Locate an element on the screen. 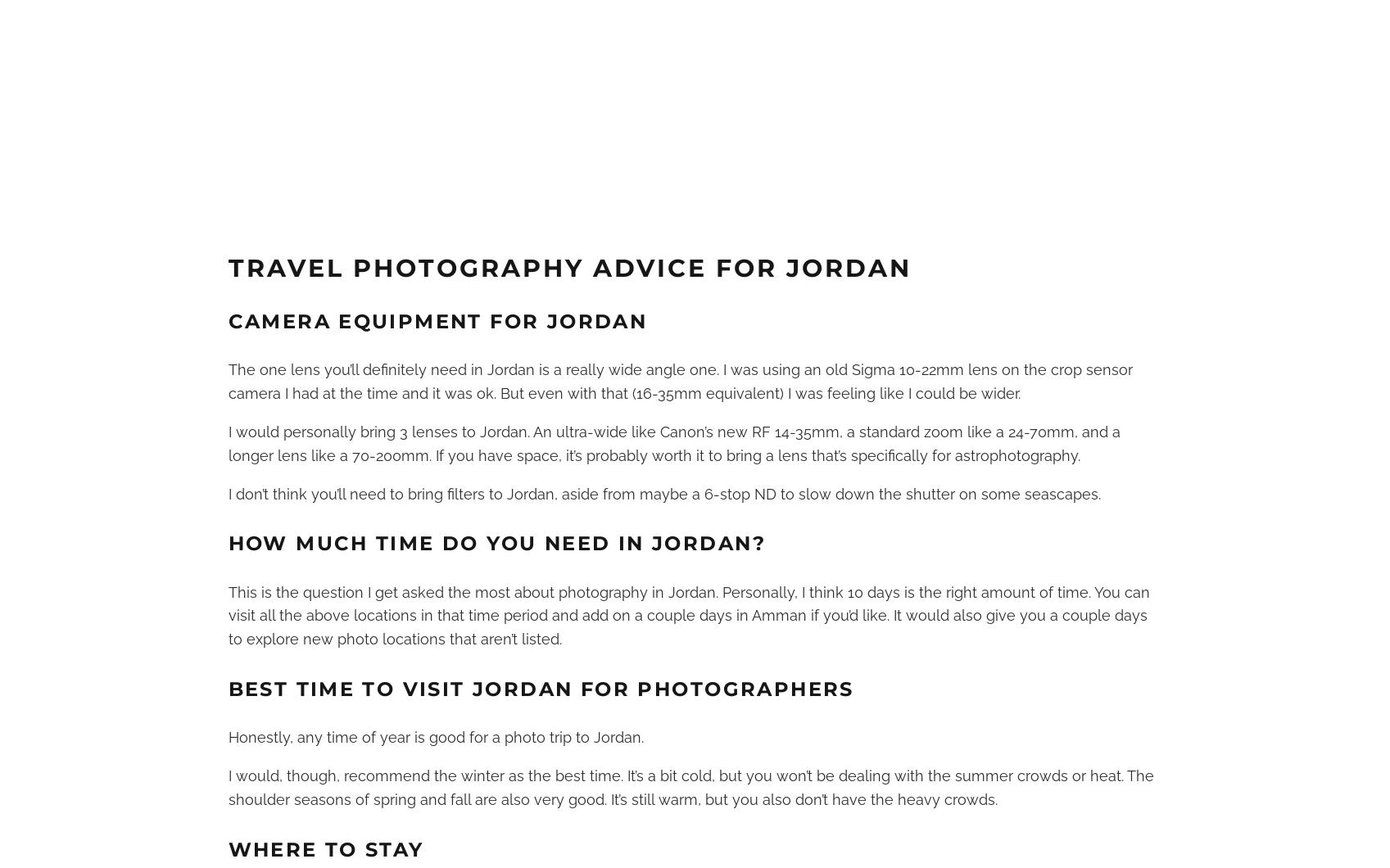 The height and width of the screenshot is (868, 1390). 'Where to Stay' is located at coordinates (324, 848).